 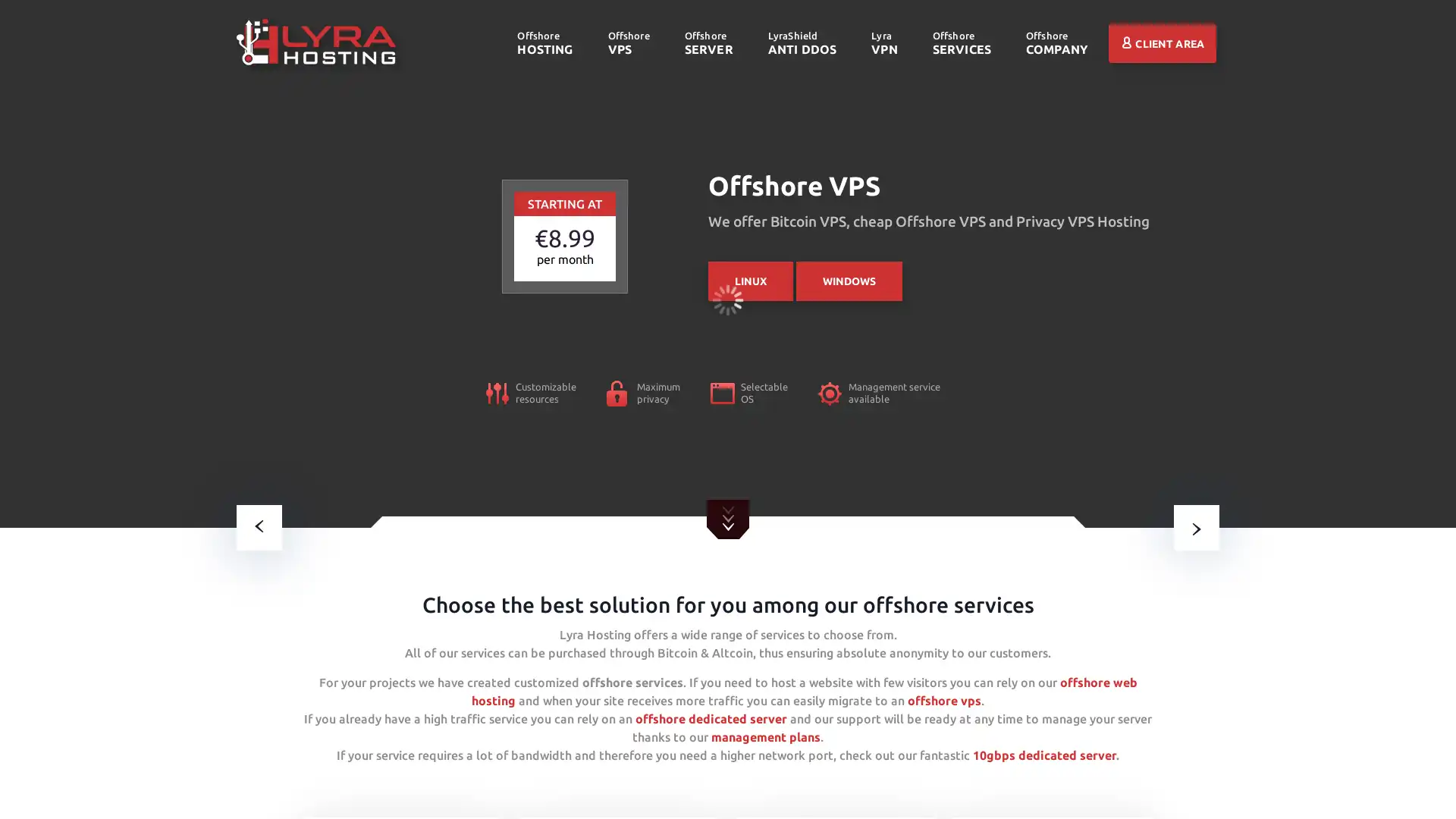 I want to click on Next slide, so click(x=1196, y=526).